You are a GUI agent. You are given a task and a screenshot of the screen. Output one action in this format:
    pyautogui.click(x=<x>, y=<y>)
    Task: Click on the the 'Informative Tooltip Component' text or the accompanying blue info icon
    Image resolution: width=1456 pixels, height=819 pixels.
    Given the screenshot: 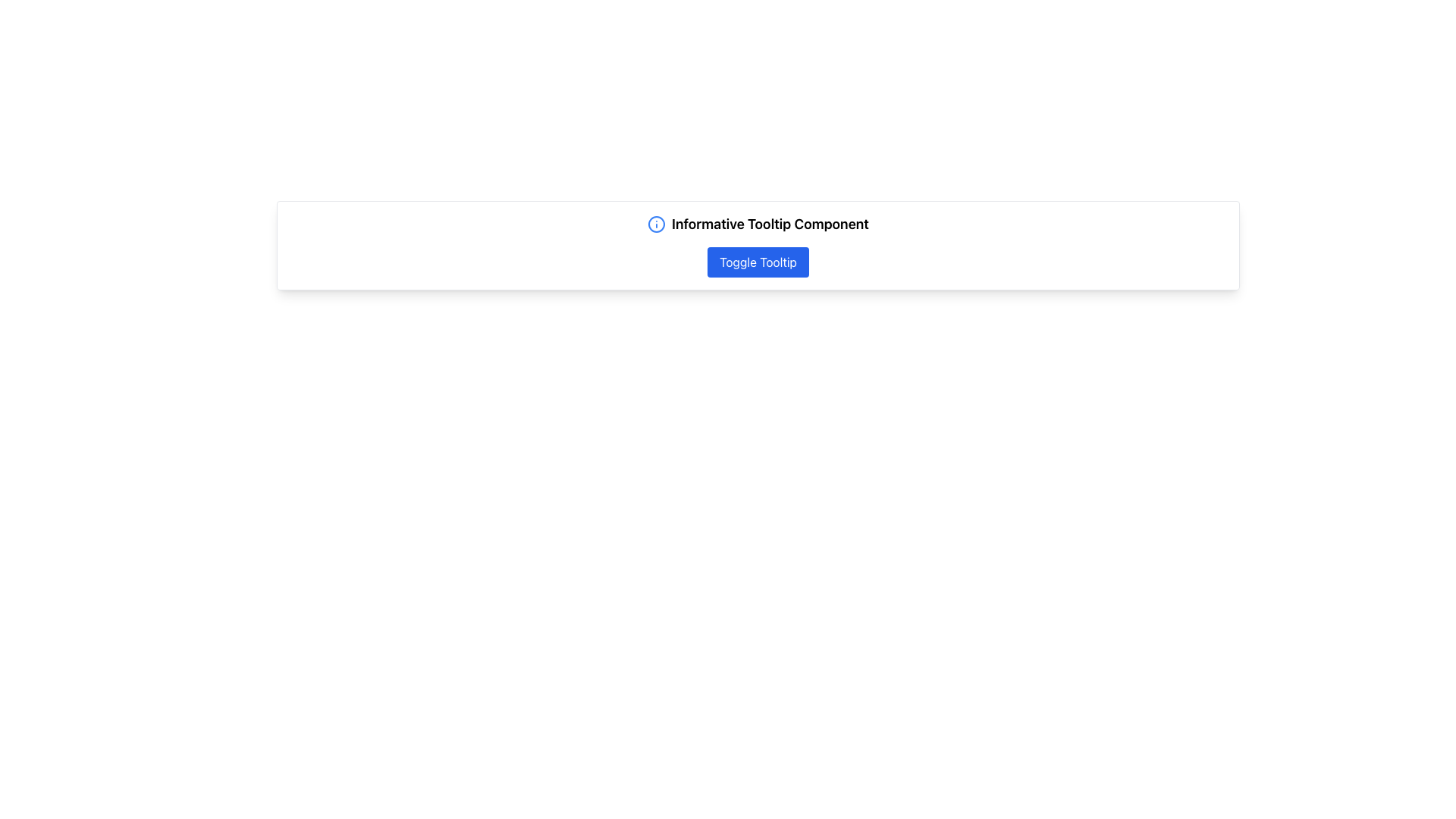 What is the action you would take?
    pyautogui.click(x=758, y=224)
    